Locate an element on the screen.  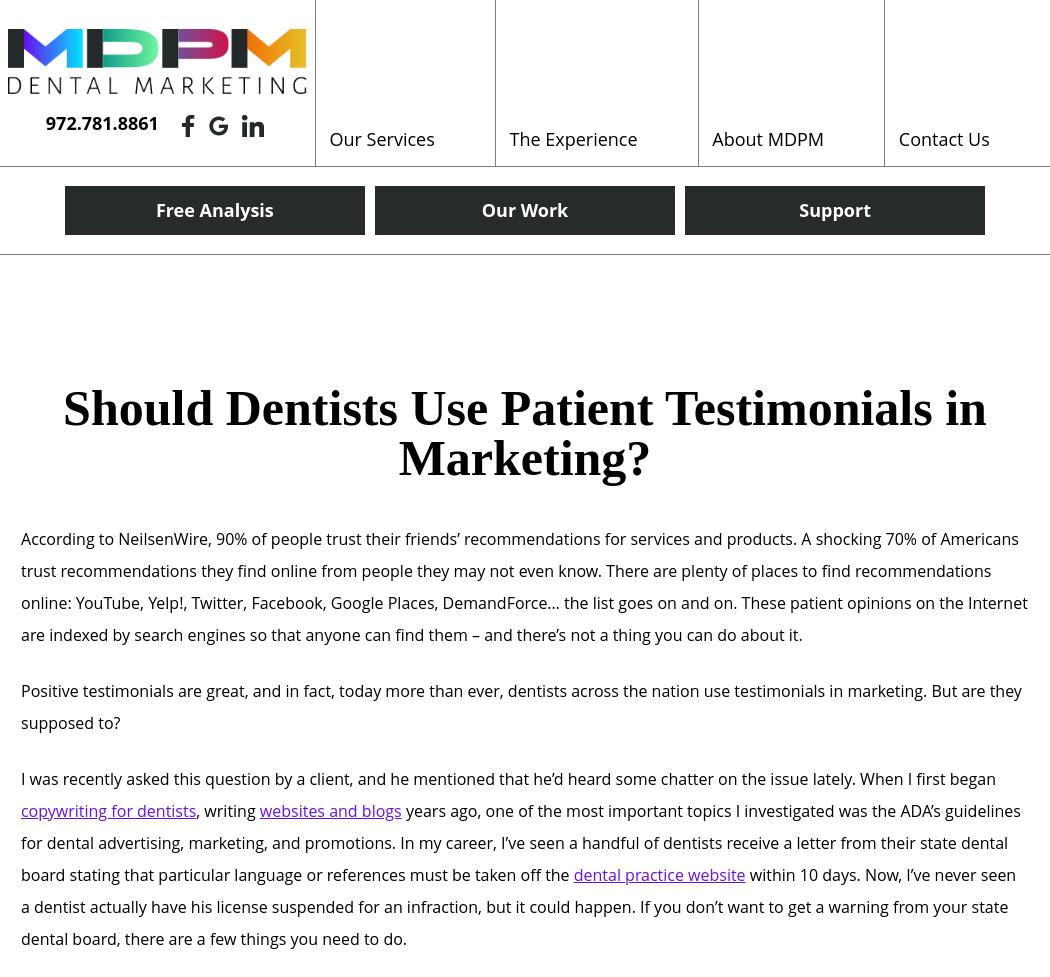
'Our Services' is located at coordinates (381, 137).